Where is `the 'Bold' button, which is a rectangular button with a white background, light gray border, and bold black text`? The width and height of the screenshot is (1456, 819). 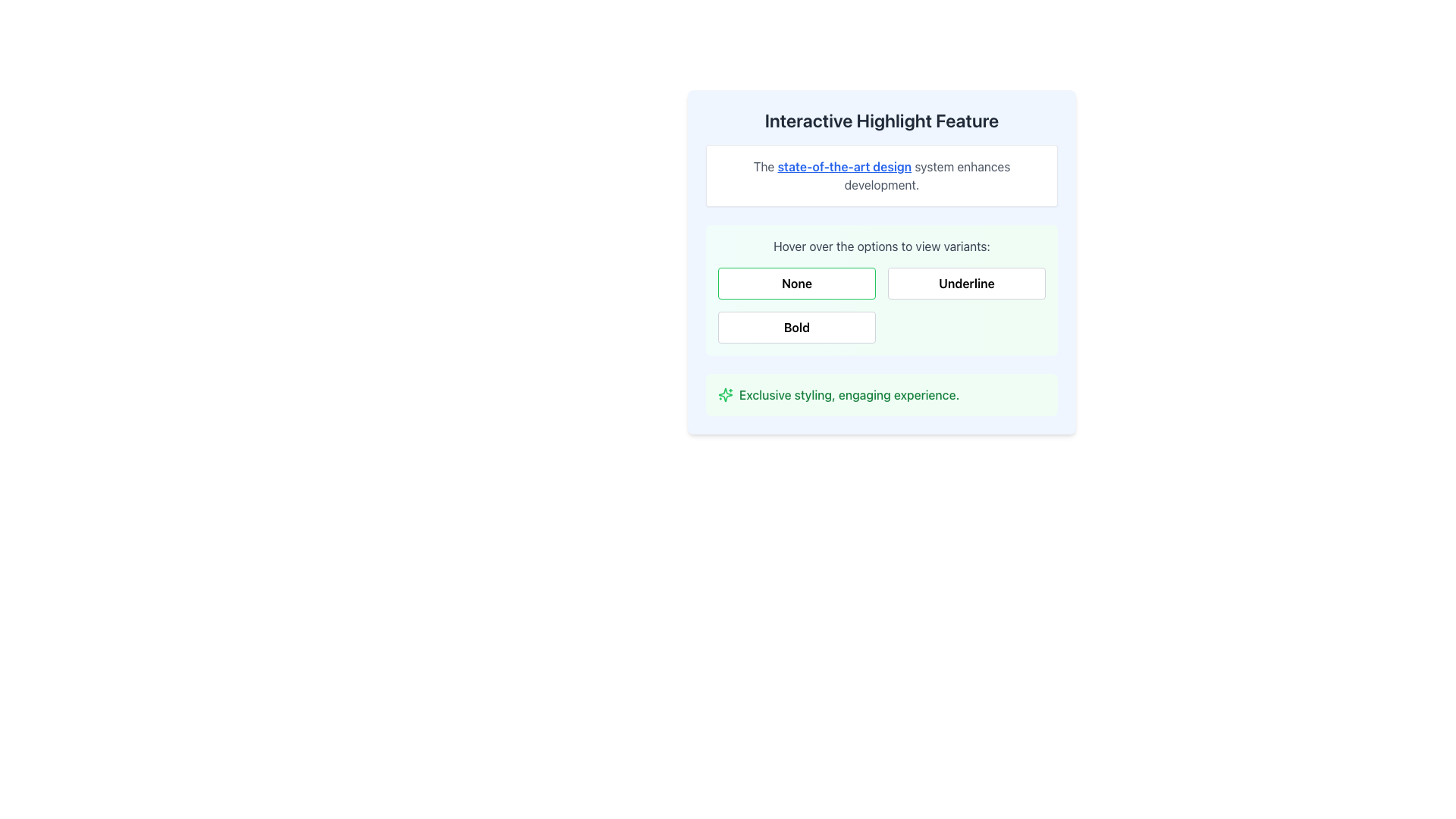
the 'Bold' button, which is a rectangular button with a white background, light gray border, and bold black text is located at coordinates (796, 327).